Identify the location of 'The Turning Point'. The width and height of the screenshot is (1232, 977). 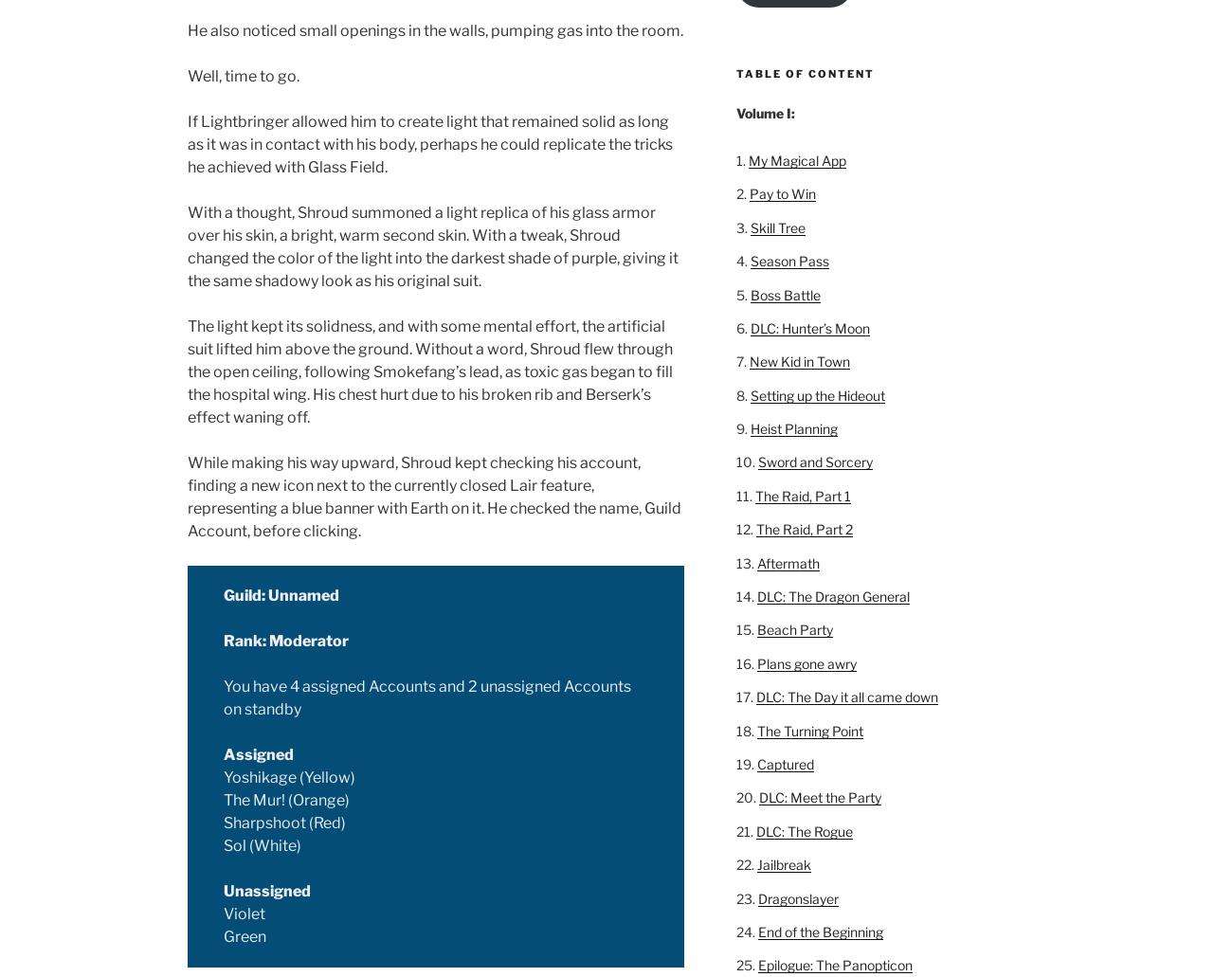
(808, 729).